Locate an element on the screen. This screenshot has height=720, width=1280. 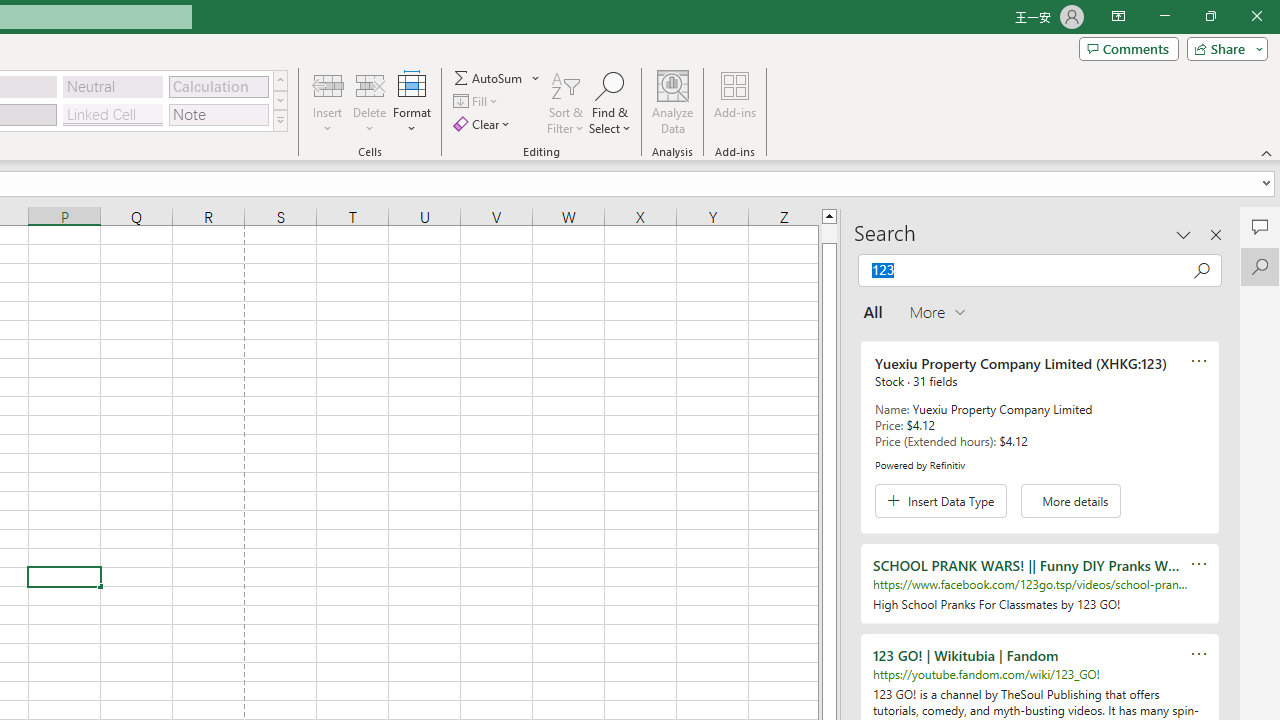
'Insert Cells' is located at coordinates (328, 84).